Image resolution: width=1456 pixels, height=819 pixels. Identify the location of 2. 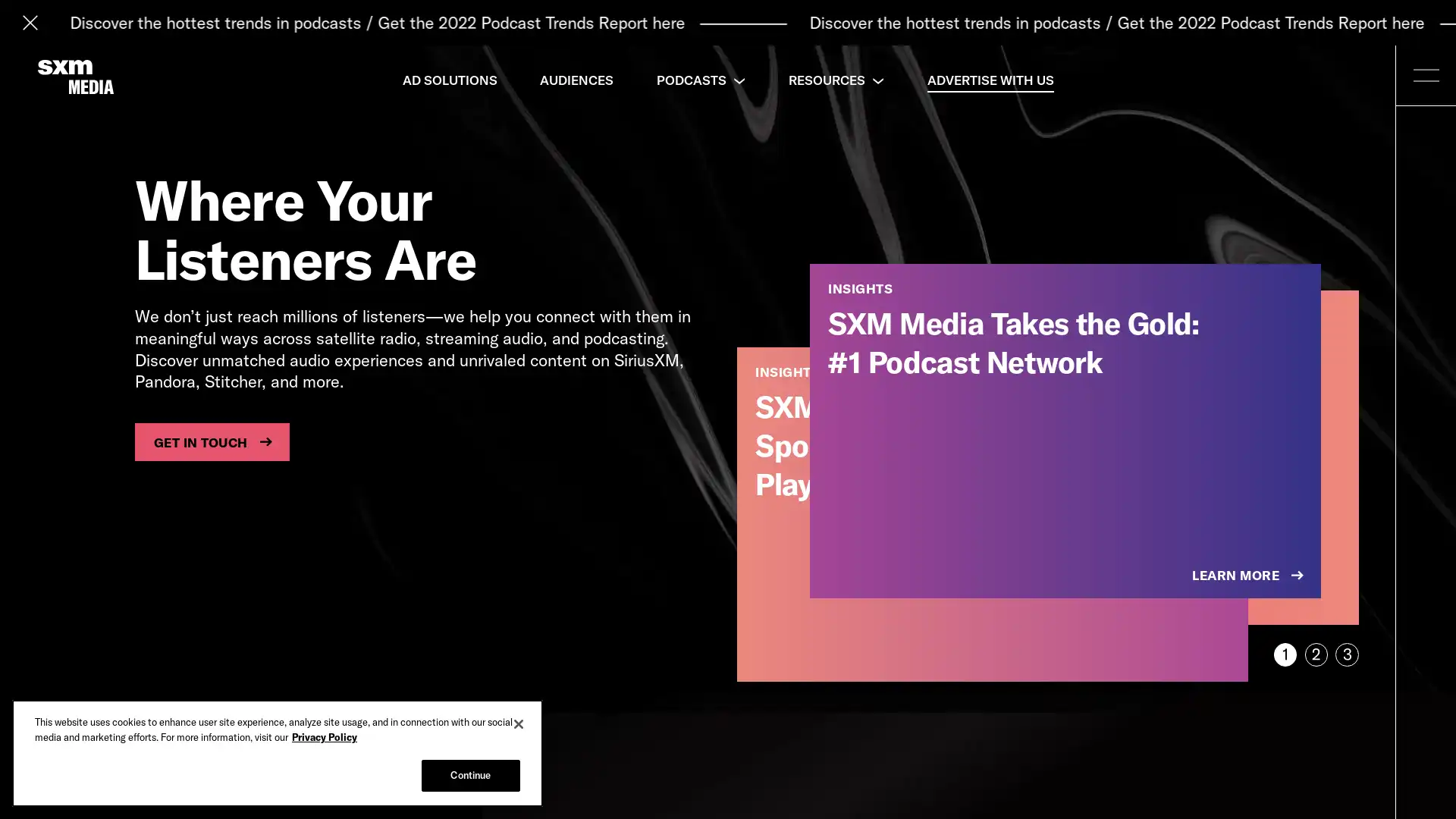
(1315, 654).